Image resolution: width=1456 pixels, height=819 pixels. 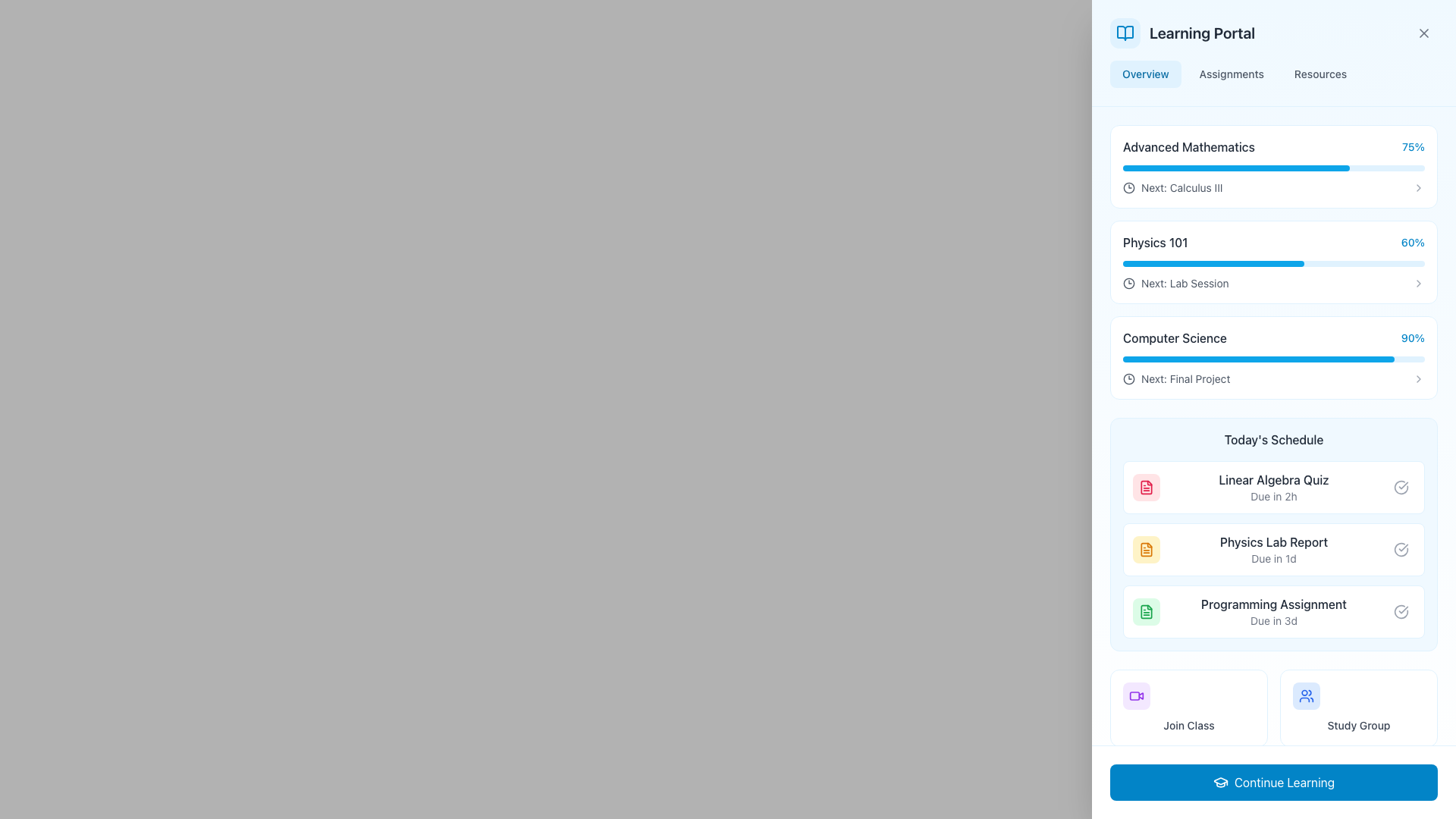 I want to click on progress percentage displayed on the progress bar for the 'Advanced Mathematics' course, which shows 75% and is located centrally within the 'Advanced Mathematics' card, so click(x=1236, y=168).